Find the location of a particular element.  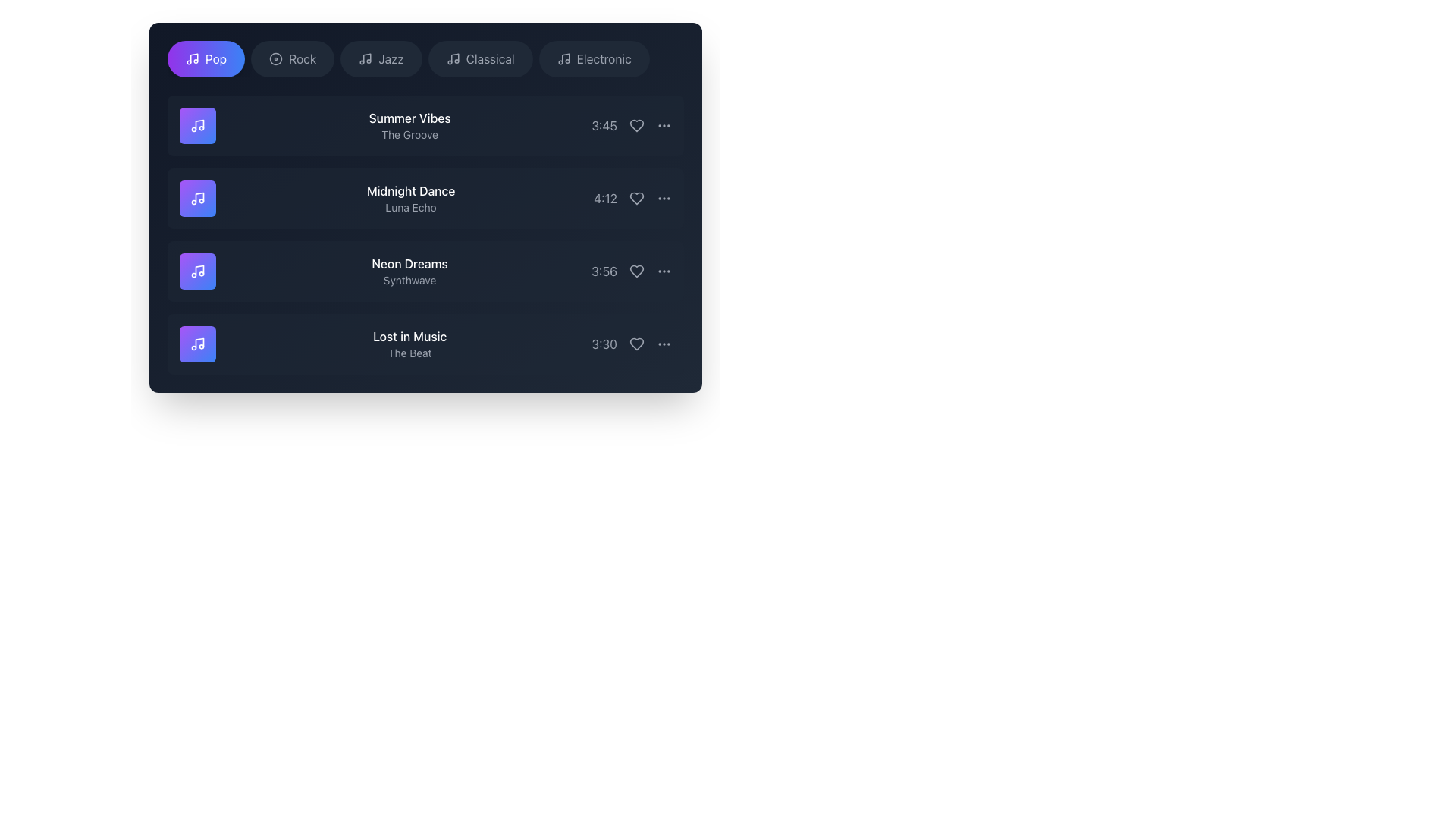

the fourth media track list item titled 'Lost in Music' is located at coordinates (425, 344).